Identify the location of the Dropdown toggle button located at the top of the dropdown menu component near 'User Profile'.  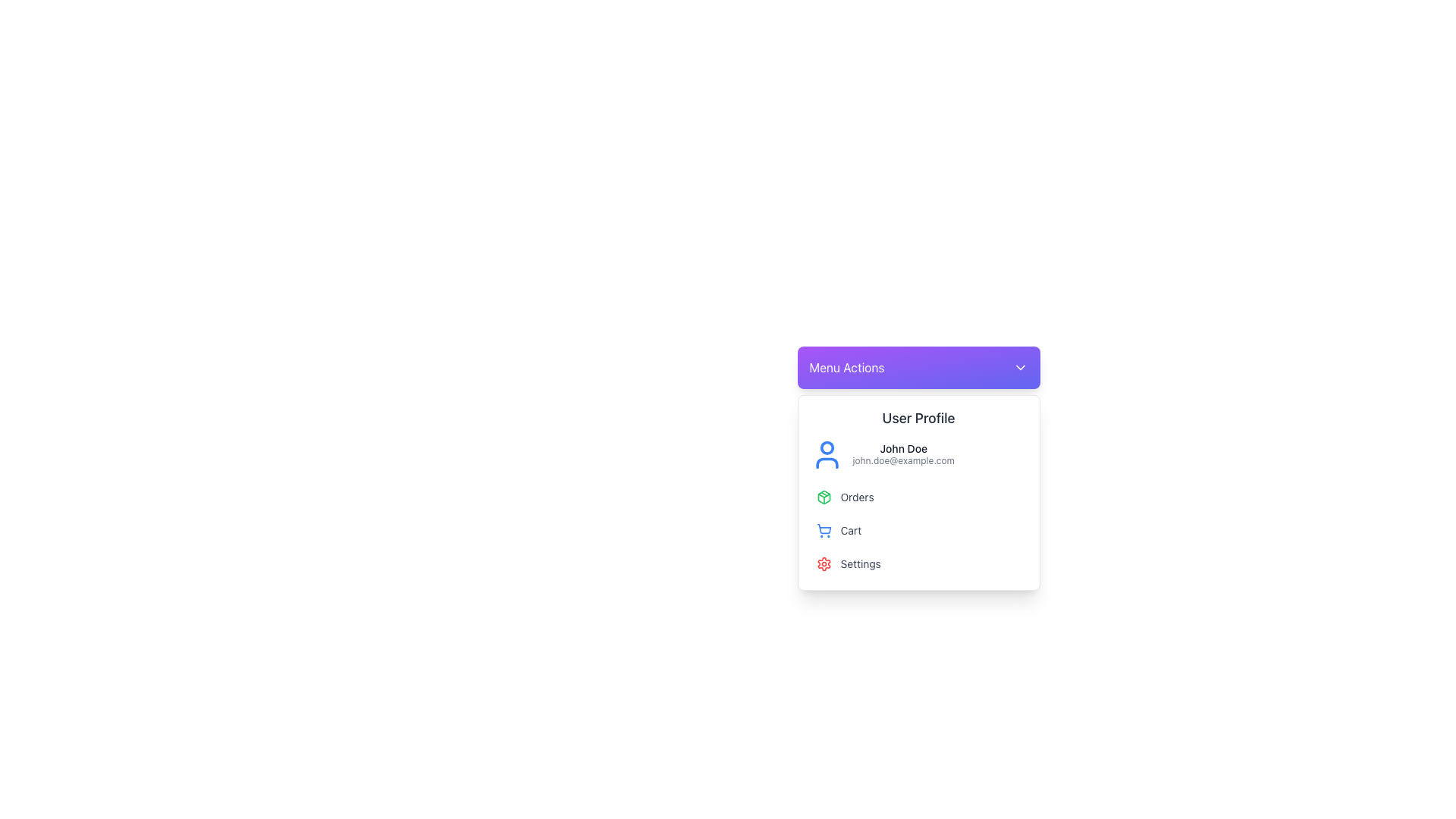
(918, 368).